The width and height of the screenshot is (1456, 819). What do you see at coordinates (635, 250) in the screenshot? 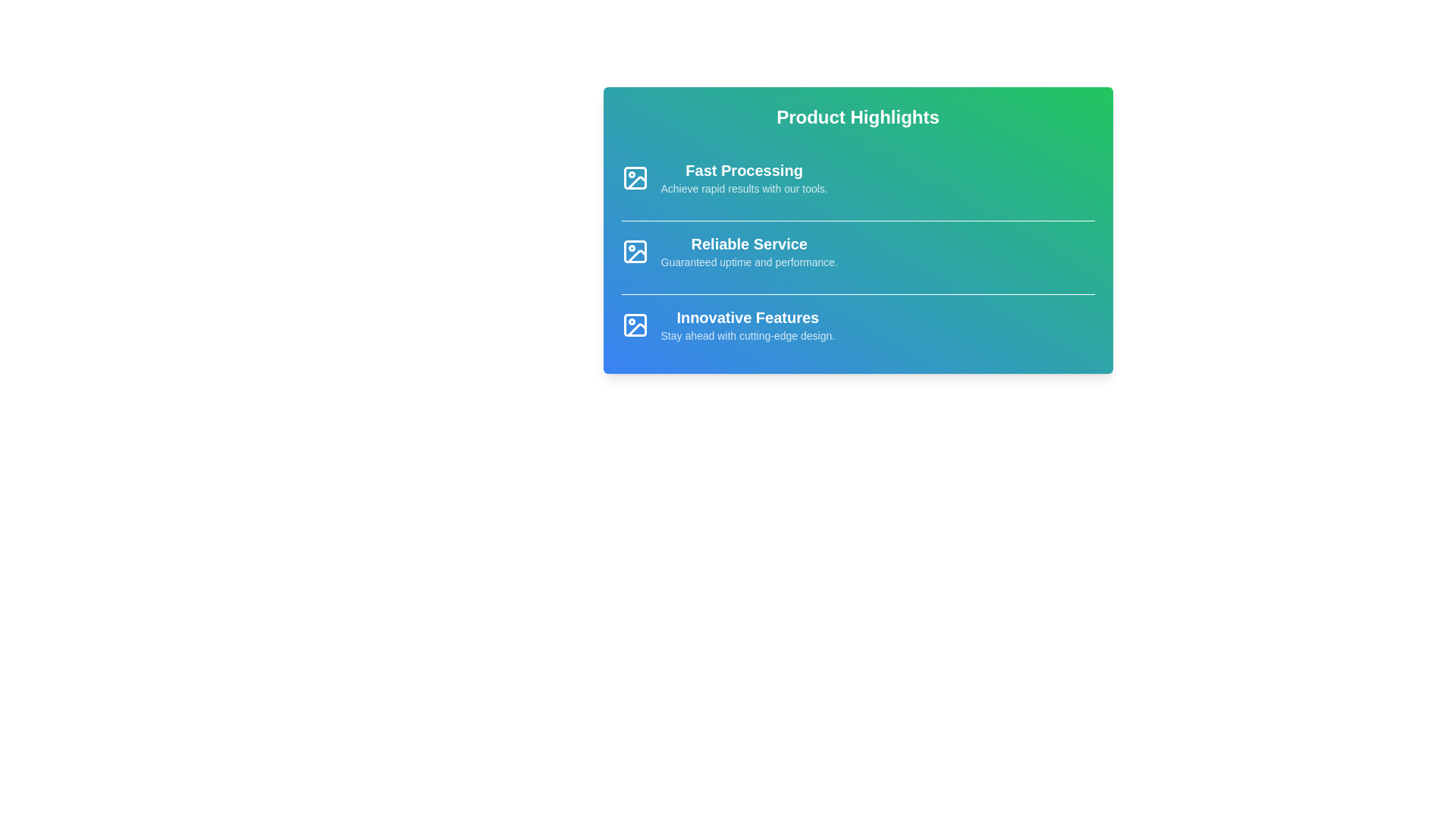
I see `the decorative rectangle within the SVG icon that represents an image placeholder, aligned with the text 'Reliable Service'` at bounding box center [635, 250].